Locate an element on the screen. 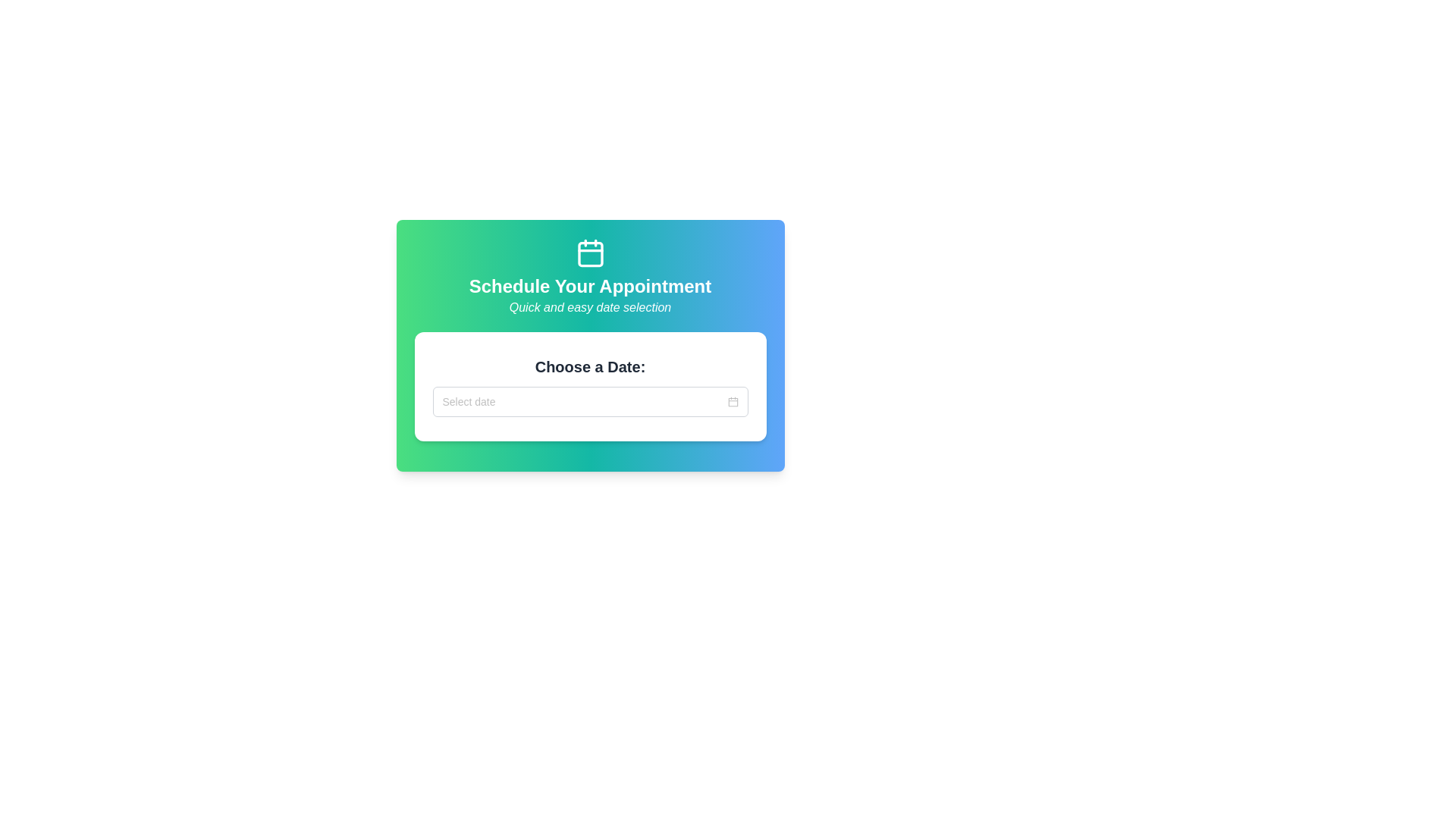  the calendar icon located to the right of the 'Select date' input field is located at coordinates (733, 400).